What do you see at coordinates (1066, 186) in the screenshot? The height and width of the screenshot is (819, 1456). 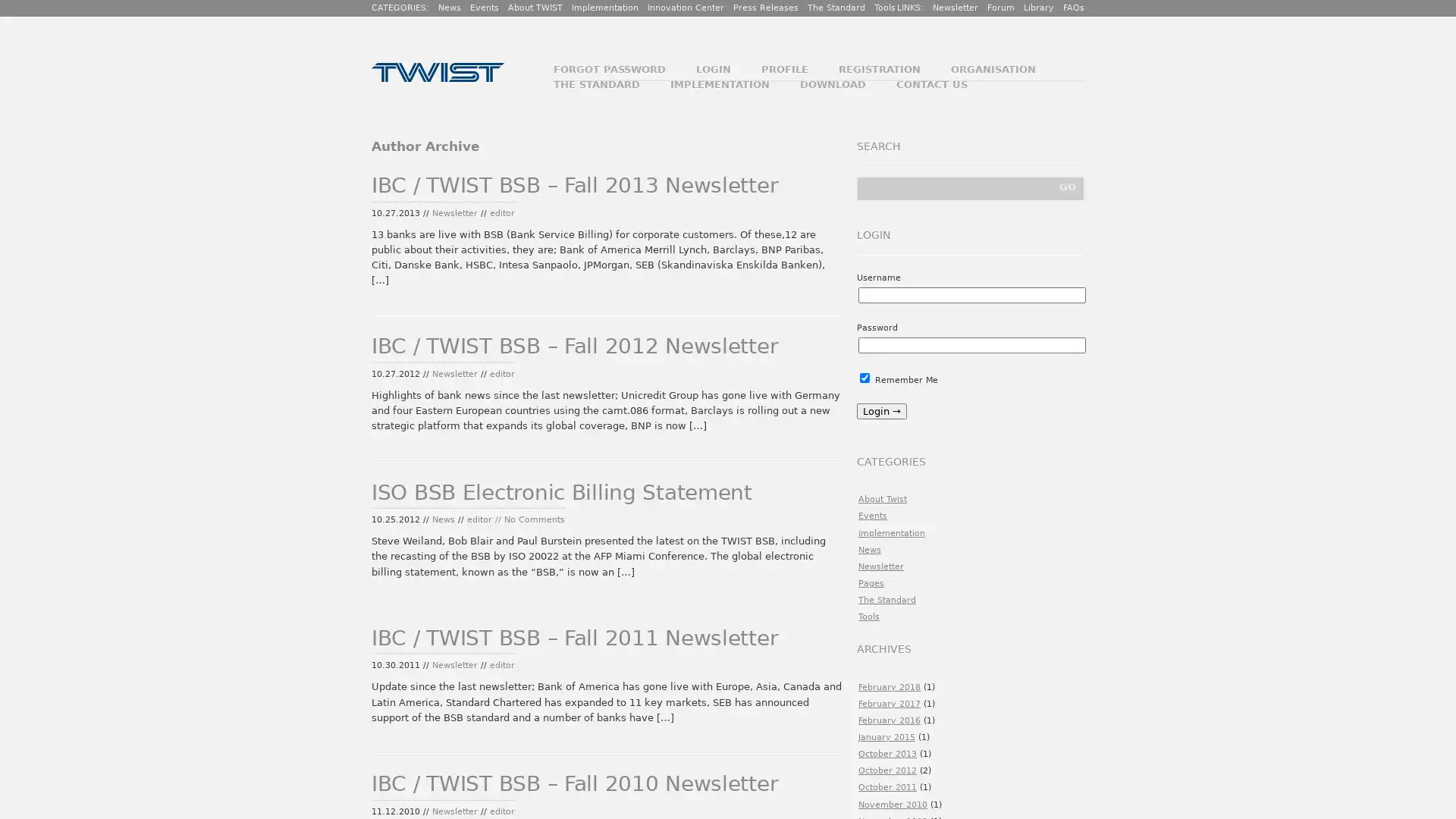 I see `GO` at bounding box center [1066, 186].